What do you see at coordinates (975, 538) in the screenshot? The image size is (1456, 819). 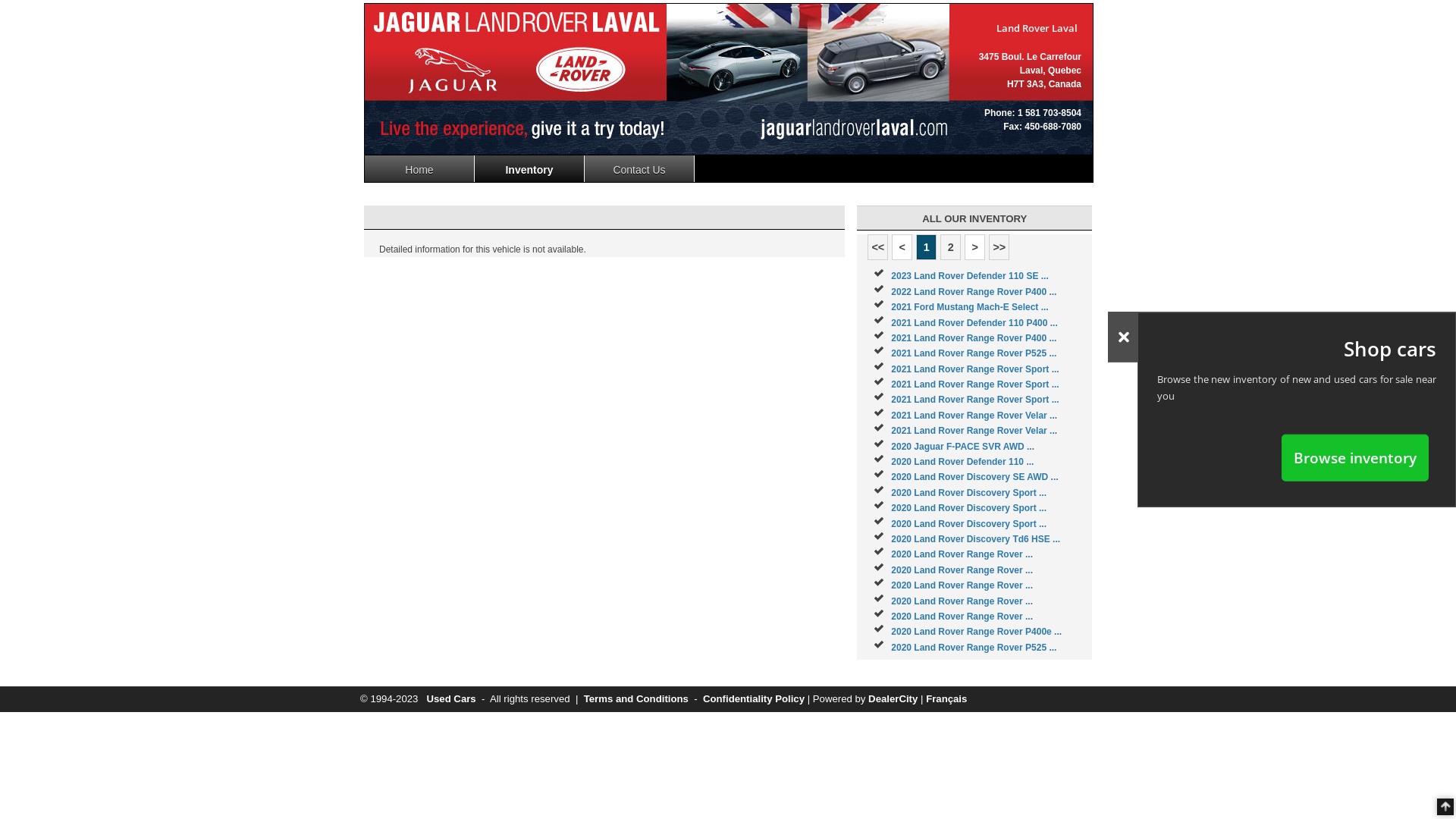 I see `'2020 Land Rover Discovery Td6 HSE ...'` at bounding box center [975, 538].